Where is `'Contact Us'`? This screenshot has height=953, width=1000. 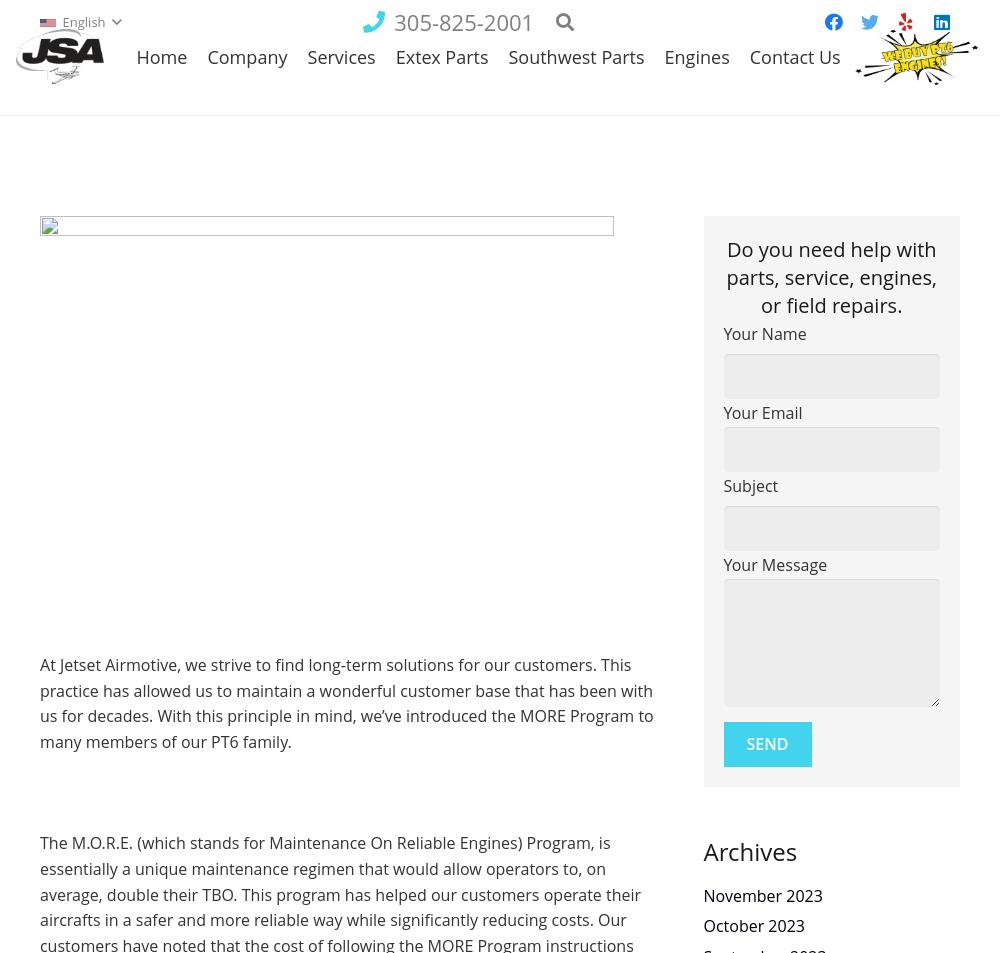 'Contact Us' is located at coordinates (794, 112).